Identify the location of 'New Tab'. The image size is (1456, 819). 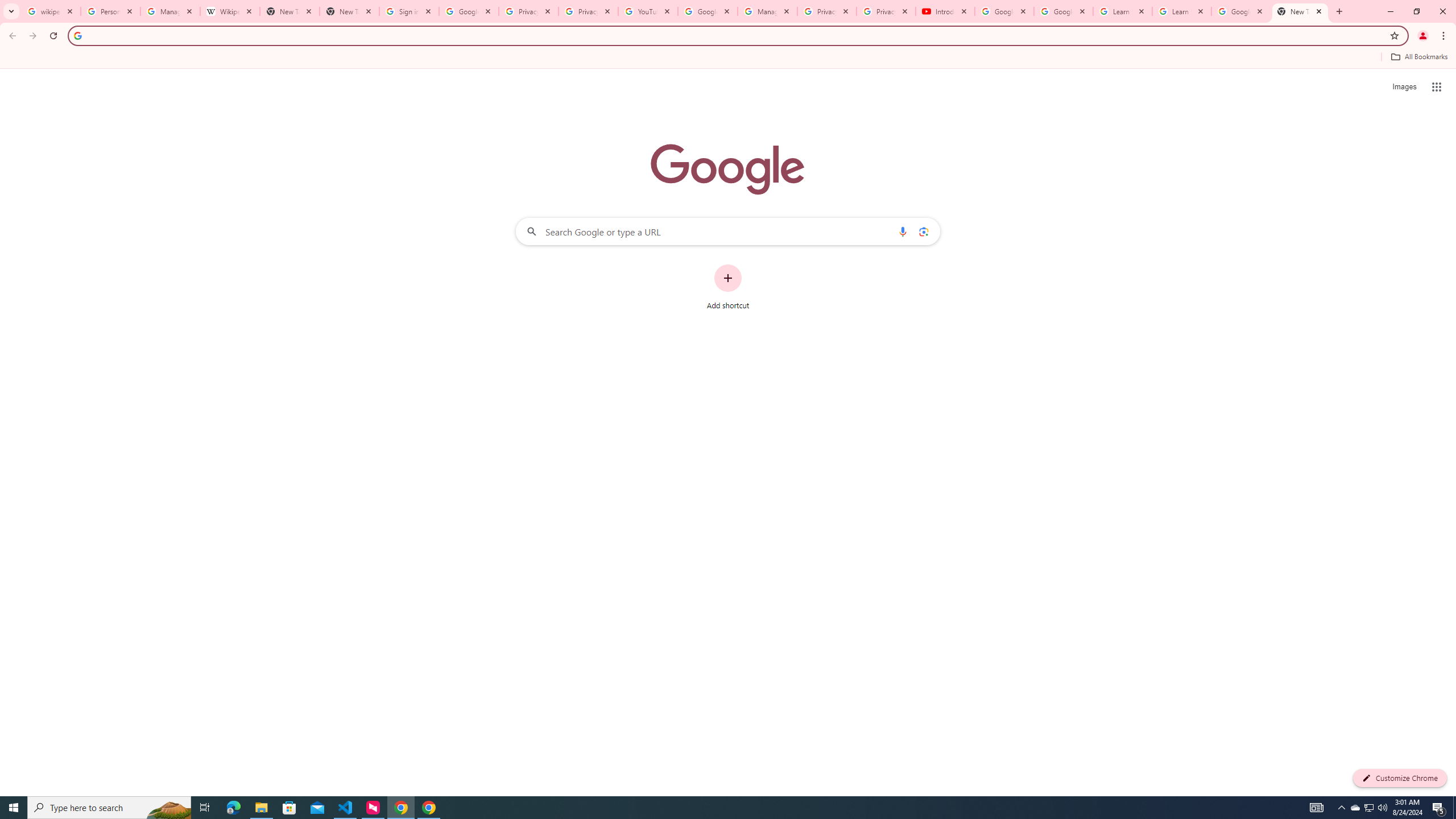
(1300, 11).